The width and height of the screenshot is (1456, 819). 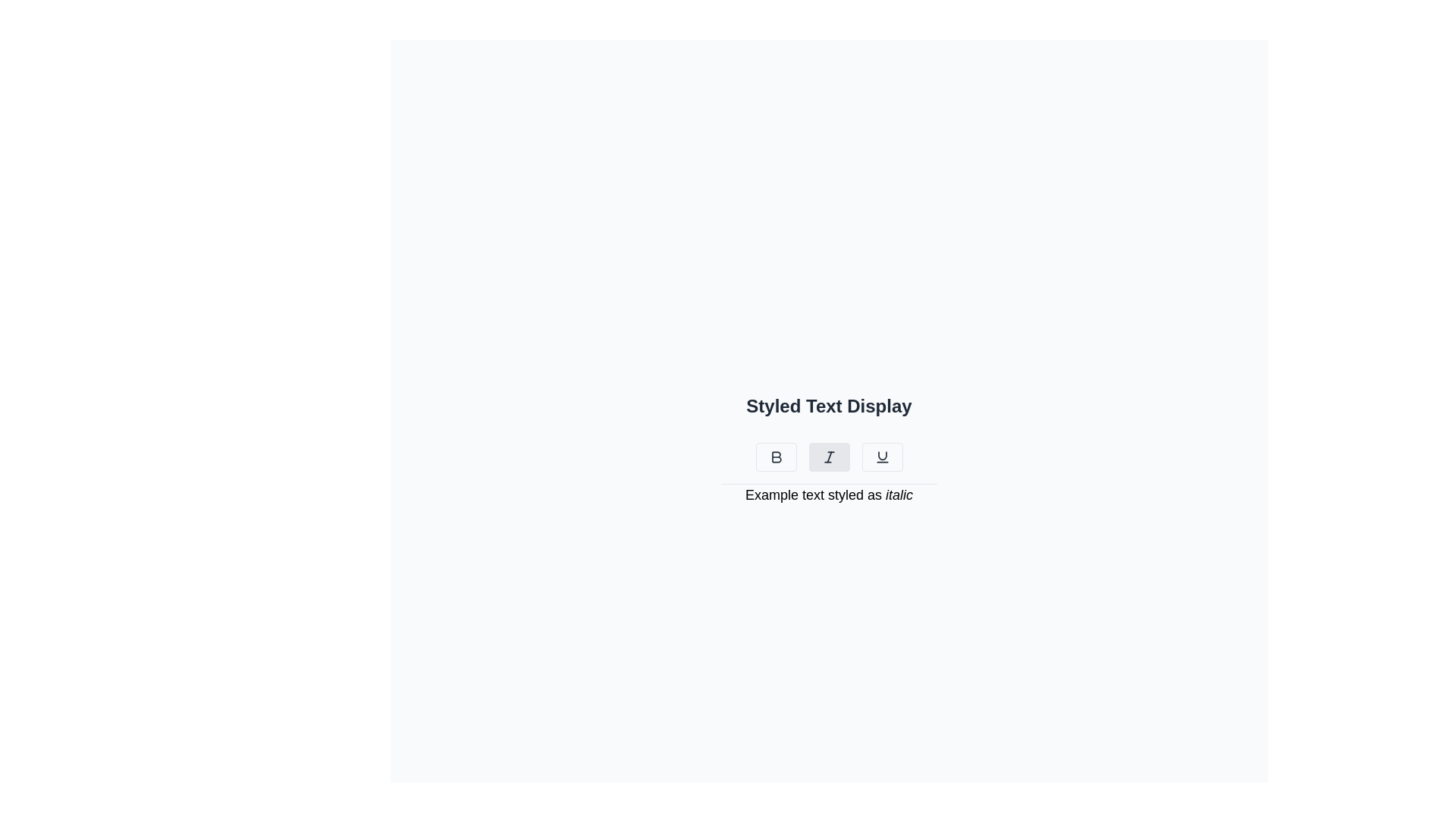 What do you see at coordinates (899, 494) in the screenshot?
I see `text element styled as 'italic', which is the last word in the sentence 'Example text styled as italic', located below the title 'Styled Text Display'` at bounding box center [899, 494].